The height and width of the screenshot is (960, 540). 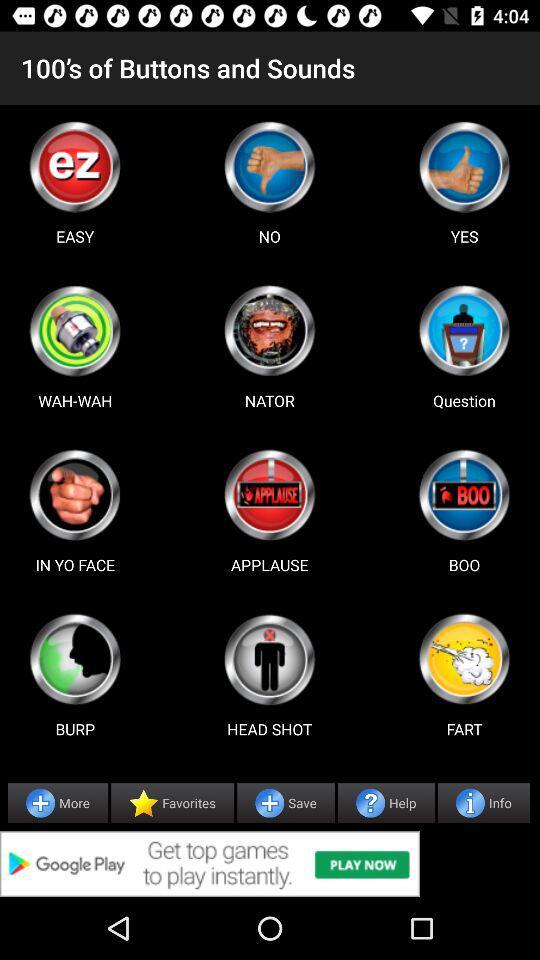 What do you see at coordinates (270, 863) in the screenshot?
I see `advertisement` at bounding box center [270, 863].